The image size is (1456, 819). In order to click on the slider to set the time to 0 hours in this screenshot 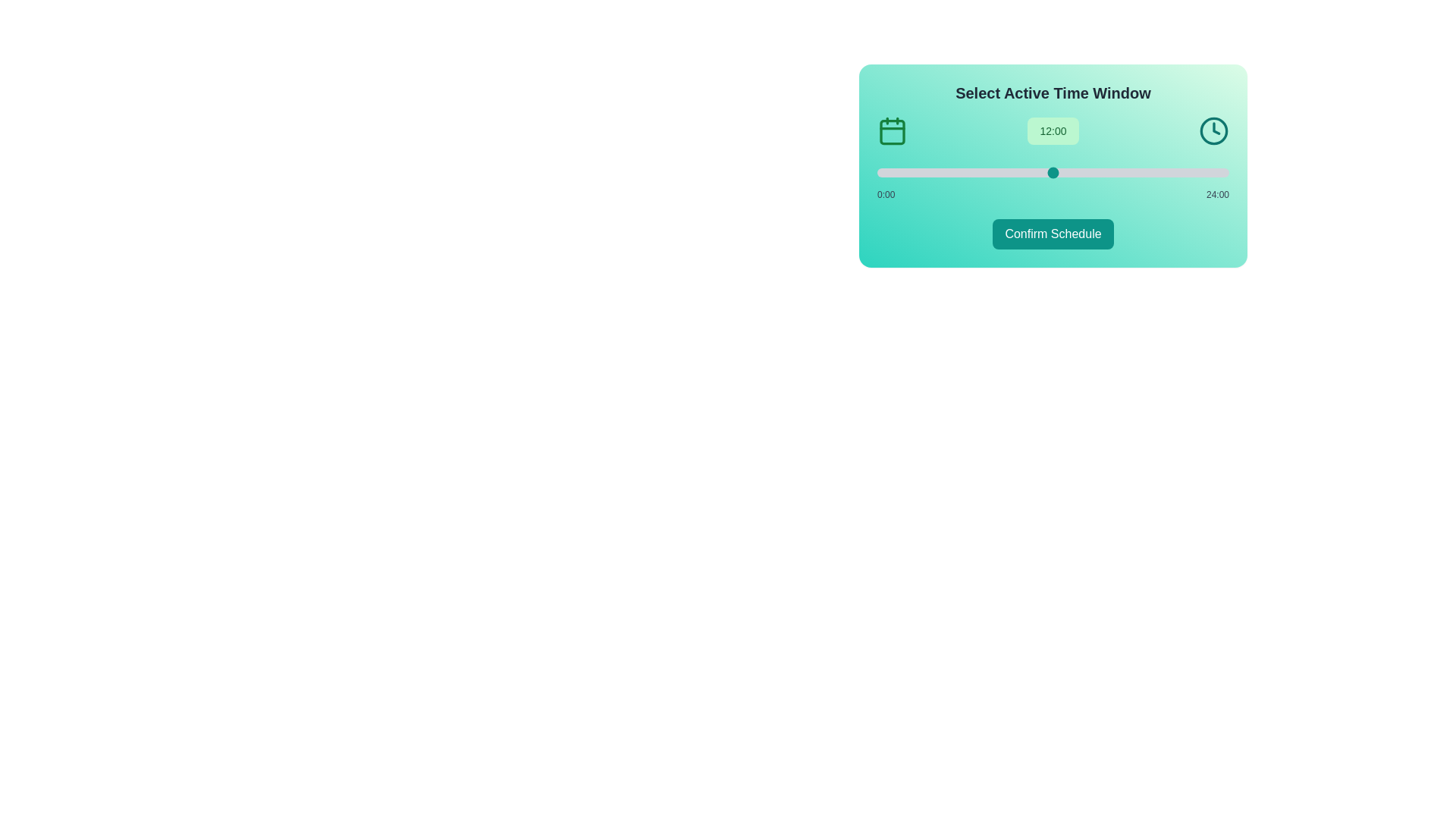, I will do `click(877, 171)`.